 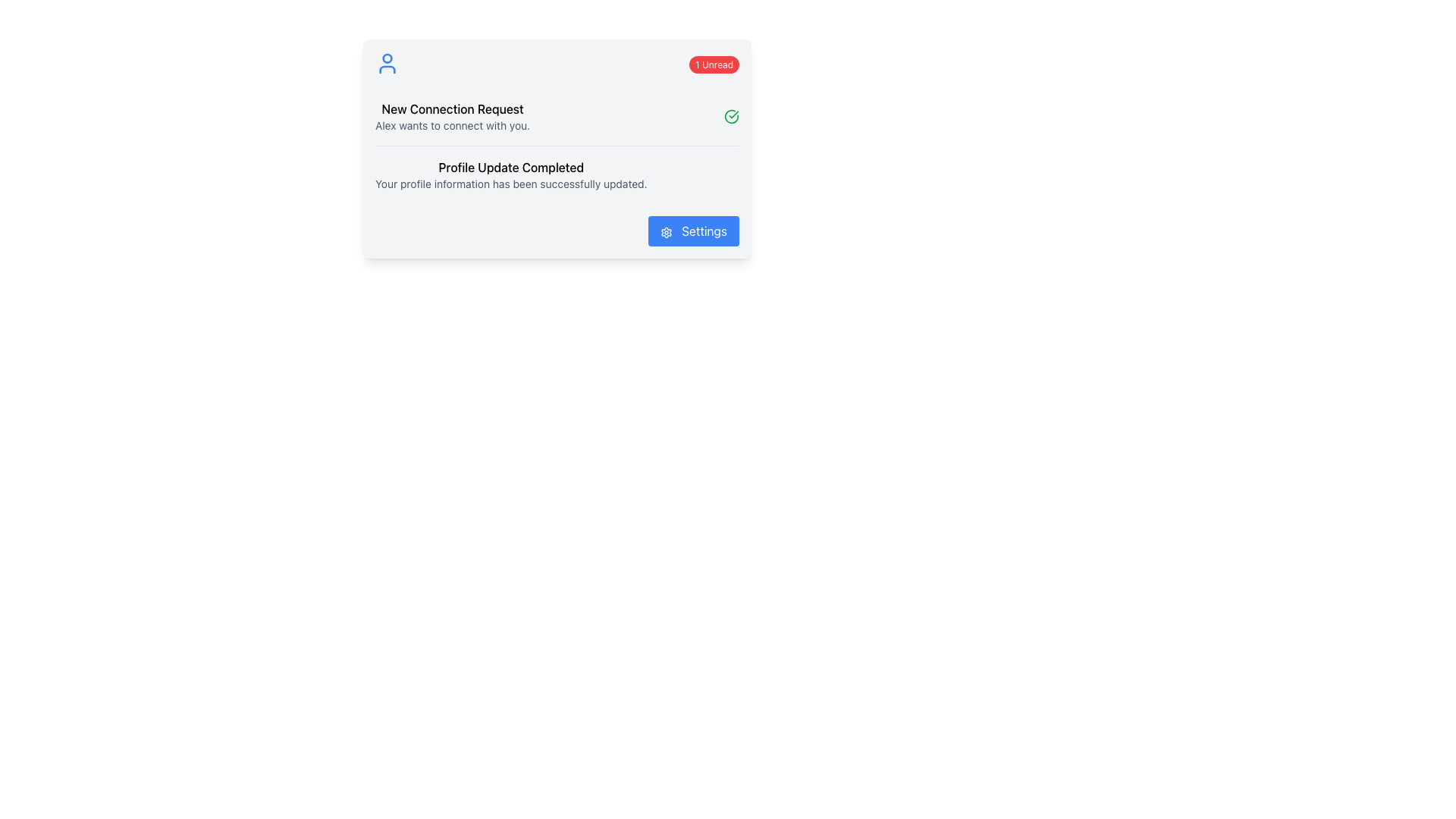 What do you see at coordinates (452, 108) in the screenshot?
I see `the static Text Label indicating 'New Connection Request' at the top of the notification card` at bounding box center [452, 108].